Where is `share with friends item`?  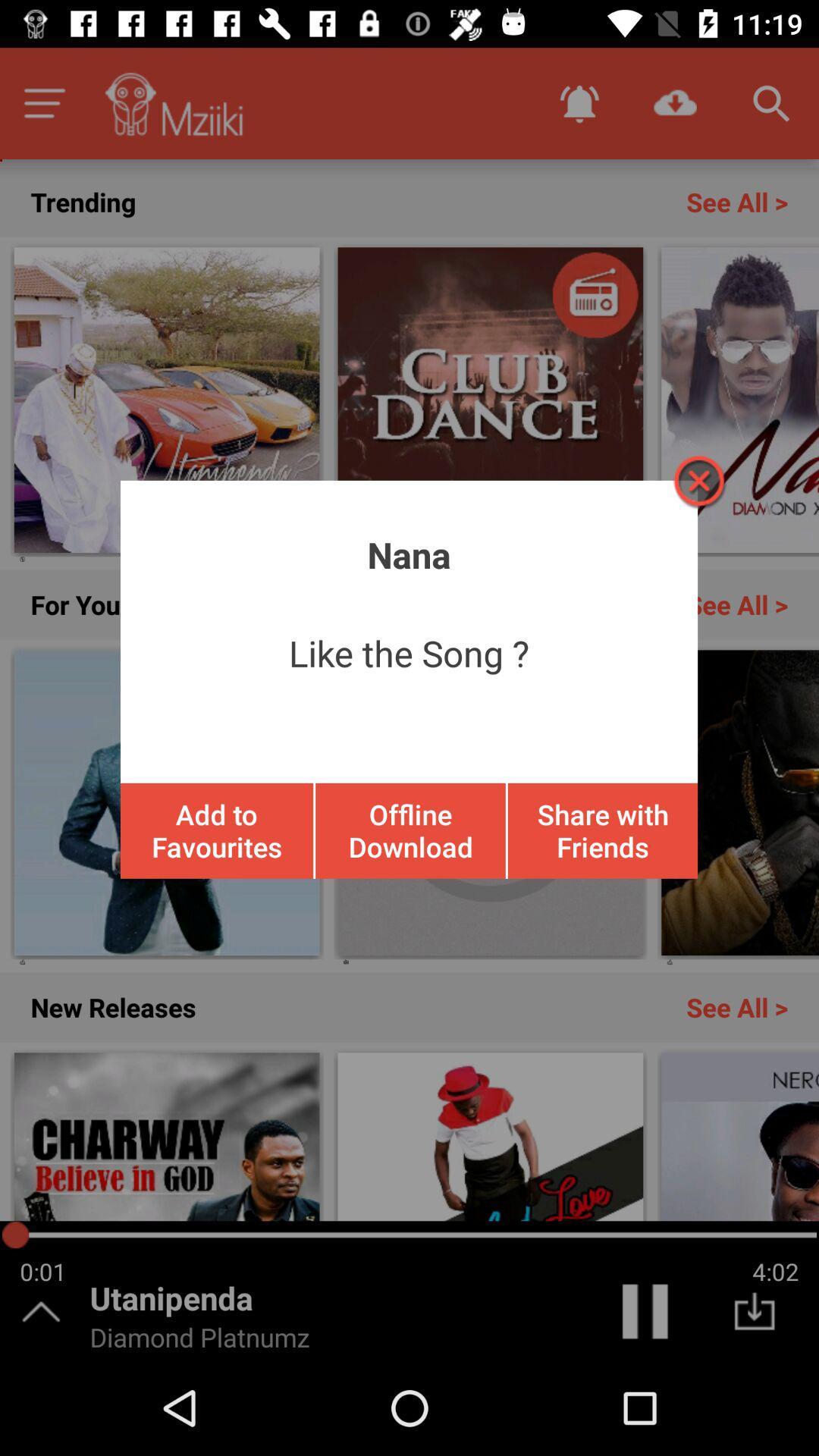
share with friends item is located at coordinates (601, 830).